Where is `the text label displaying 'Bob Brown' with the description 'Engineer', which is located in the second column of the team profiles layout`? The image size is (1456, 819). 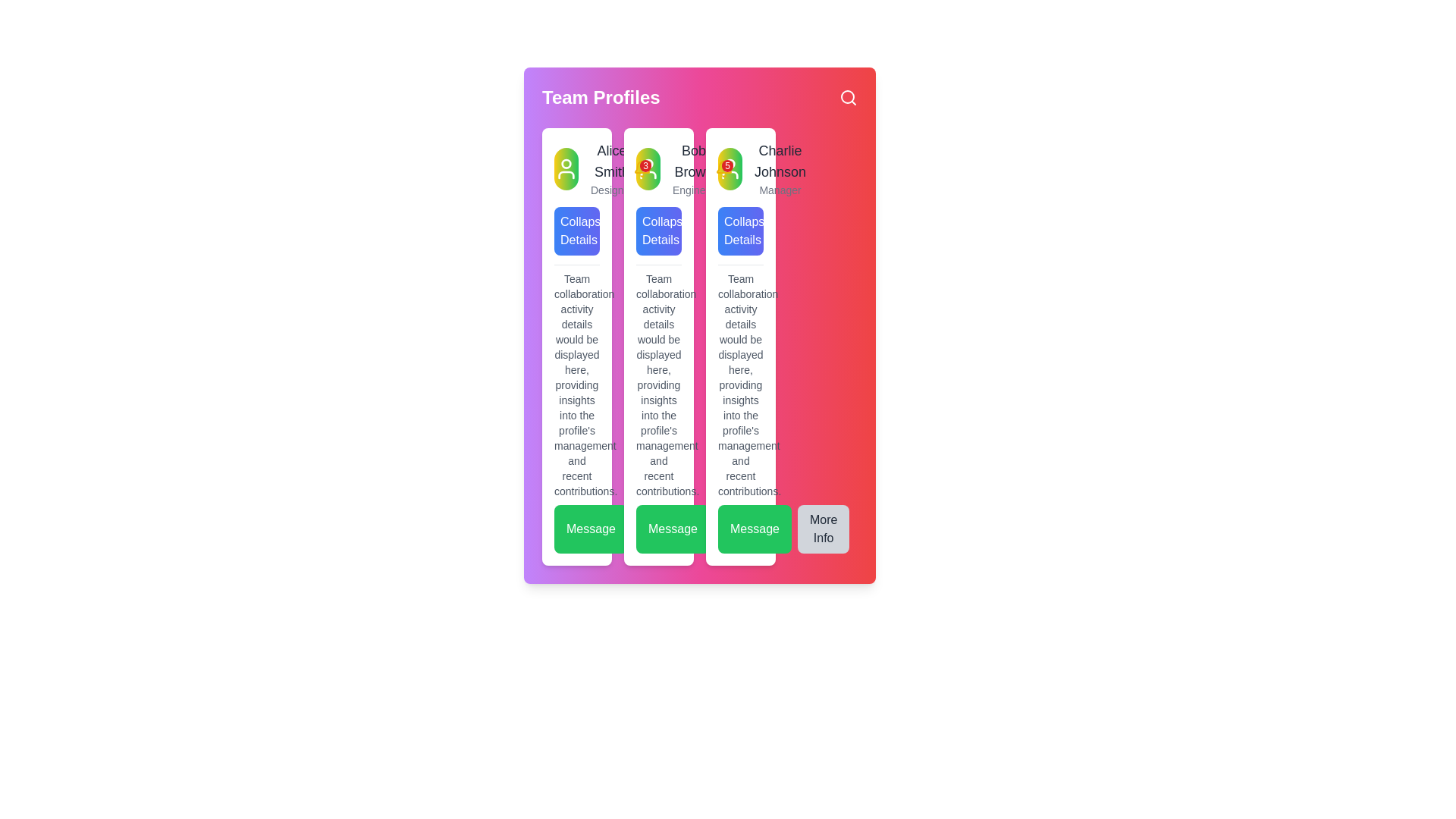
the text label displaying 'Bob Brown' with the description 'Engineer', which is located in the second column of the team profiles layout is located at coordinates (693, 169).